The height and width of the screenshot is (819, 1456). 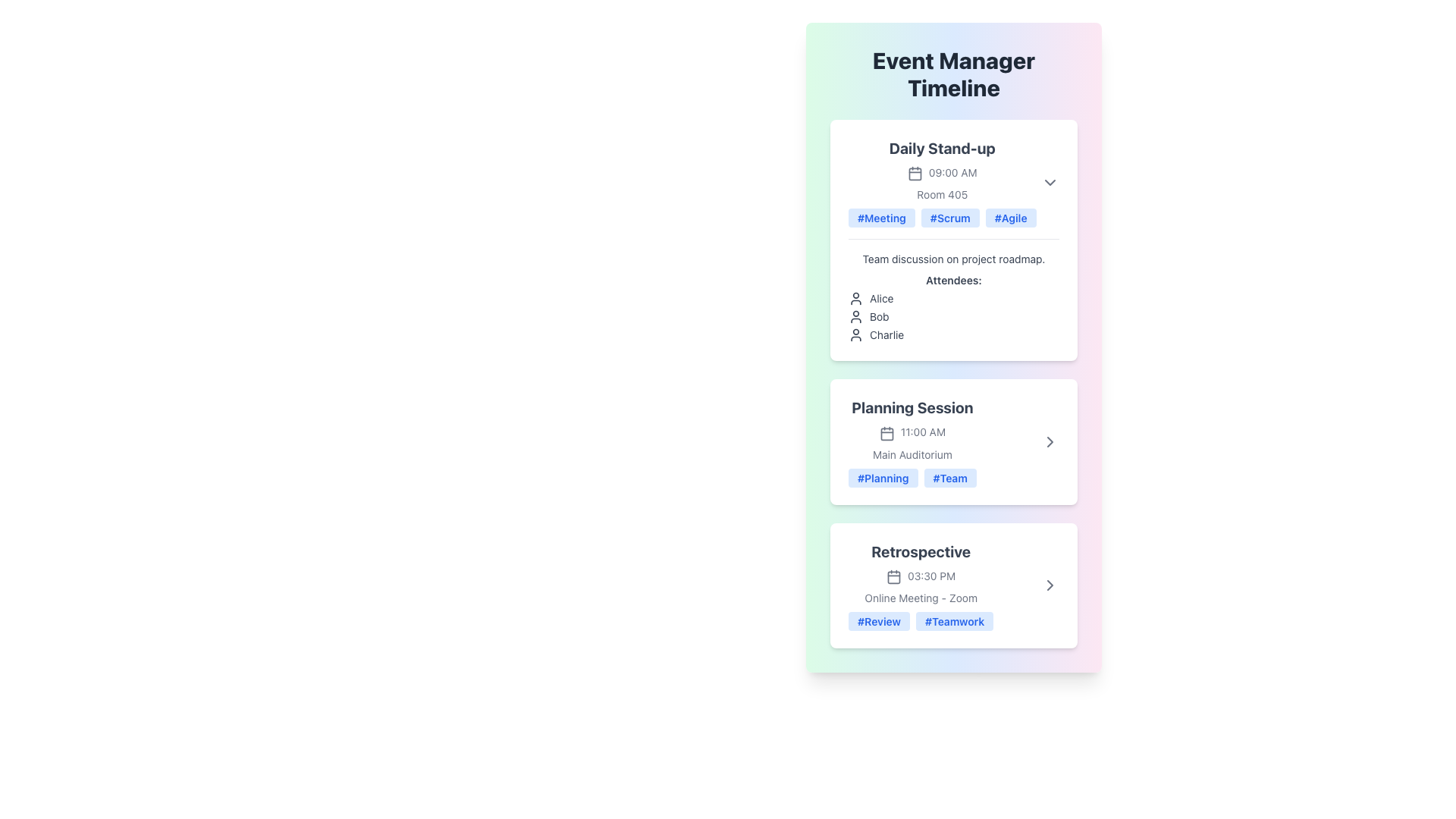 I want to click on 'Daily Stand-up' card, which is the topmost session in the 'Event Manager Timeline', to view its details, so click(x=952, y=239).